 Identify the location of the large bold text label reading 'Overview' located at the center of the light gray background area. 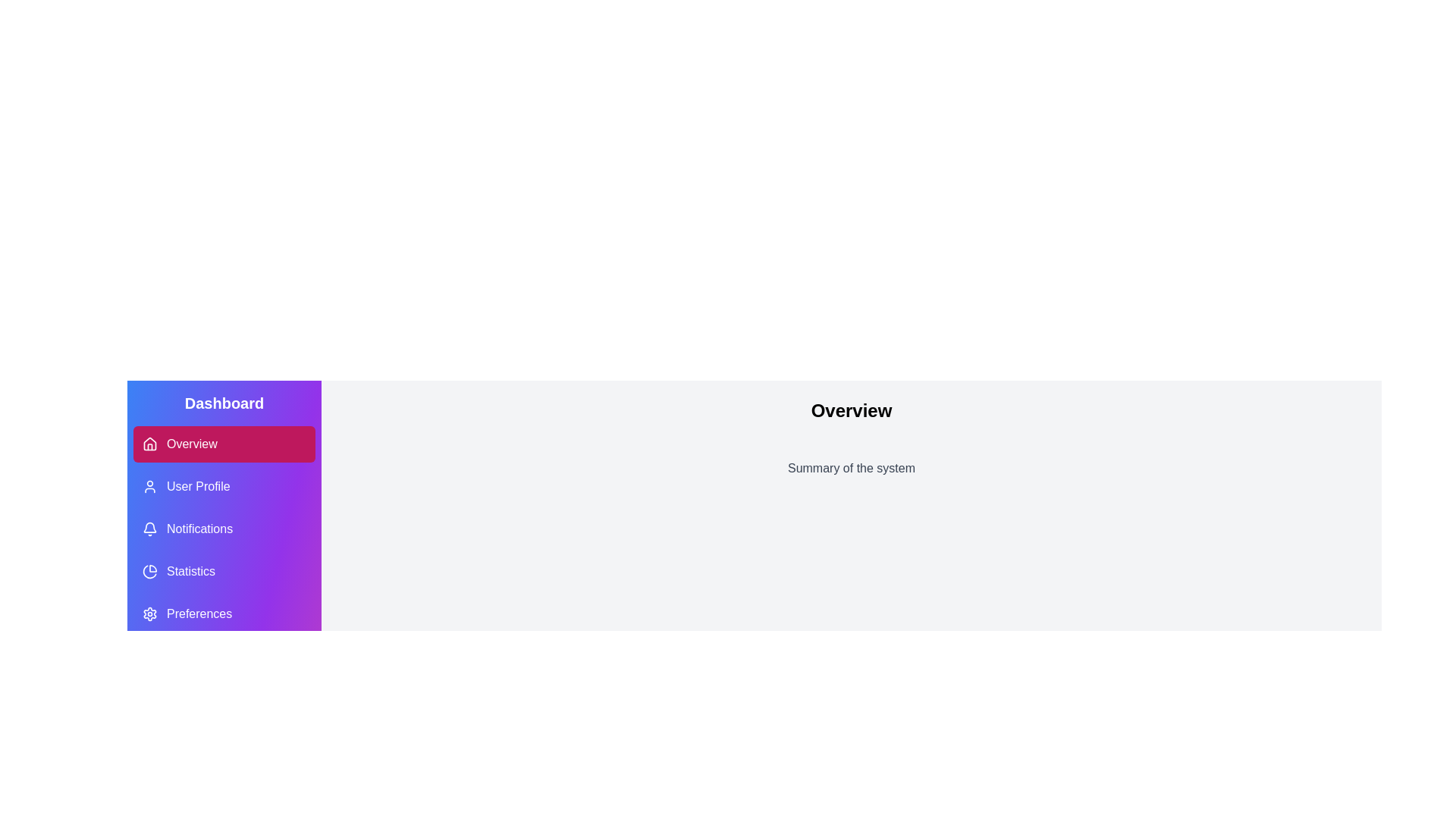
(852, 411).